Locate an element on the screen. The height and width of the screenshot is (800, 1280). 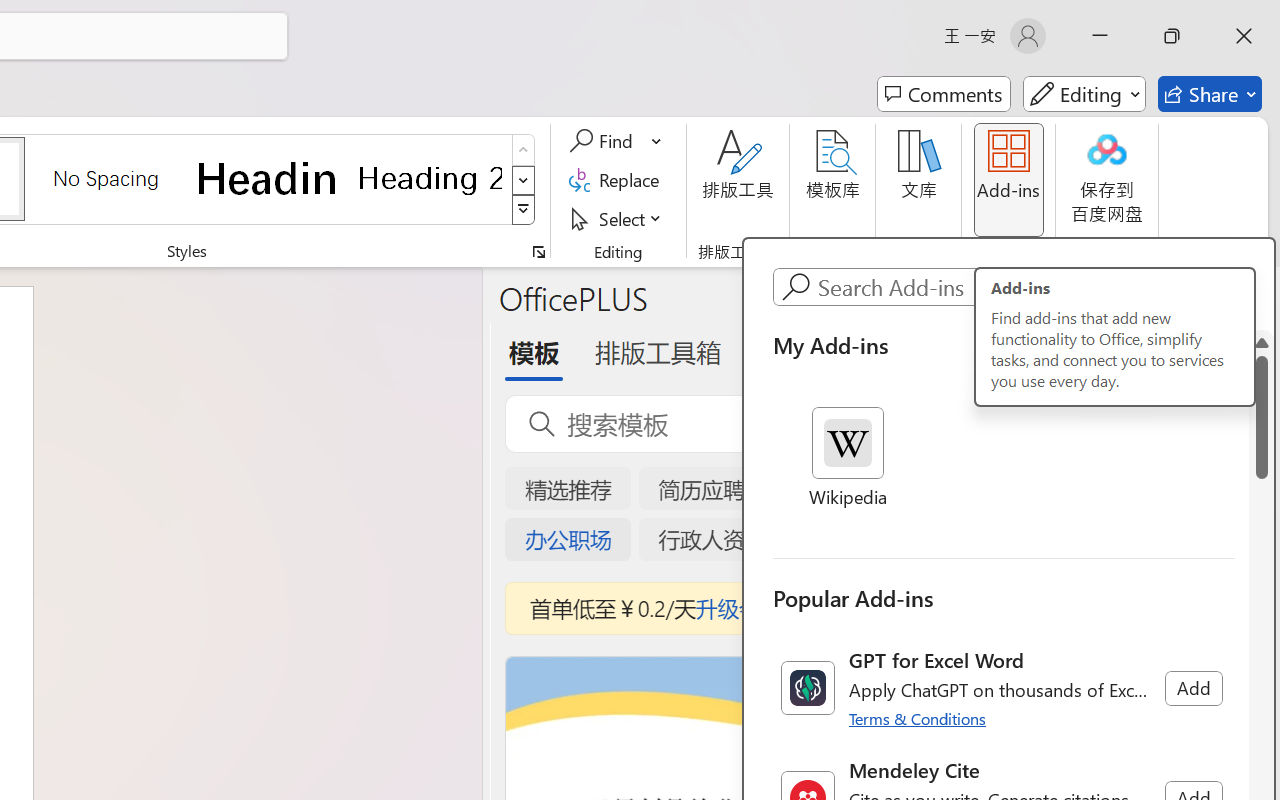
'Share' is located at coordinates (1209, 94).